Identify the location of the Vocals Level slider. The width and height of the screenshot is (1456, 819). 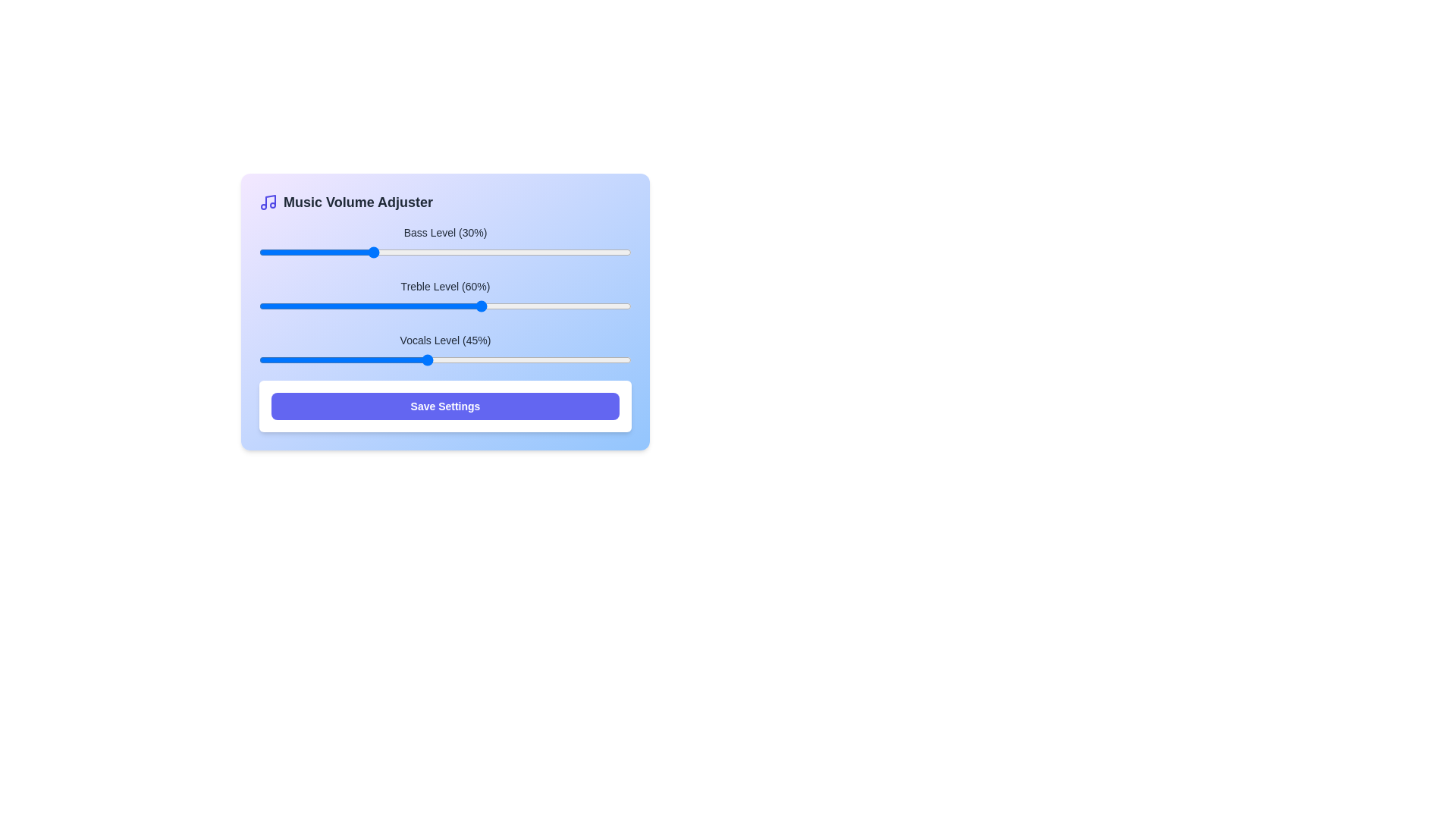
(586, 359).